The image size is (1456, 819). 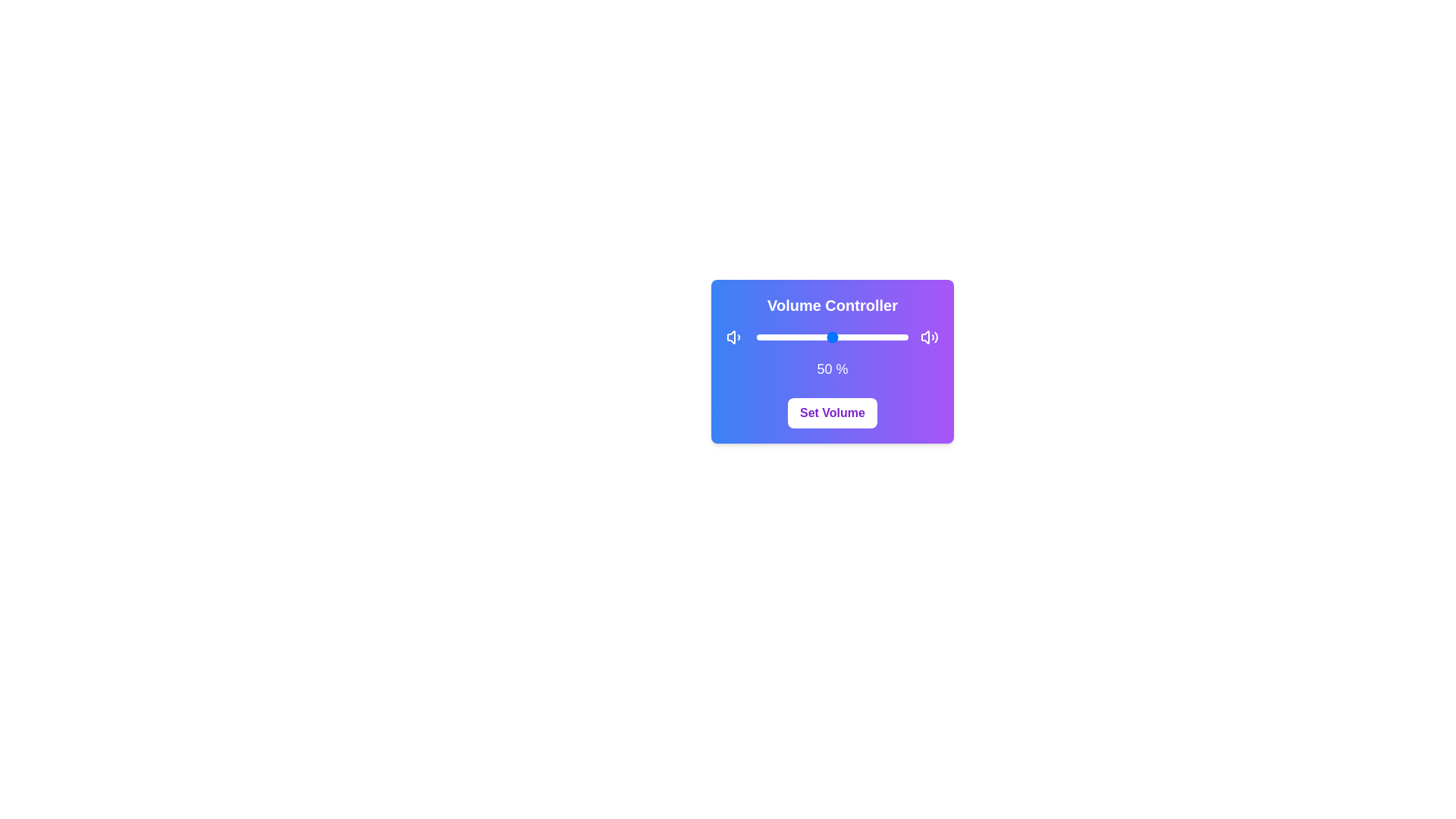 I want to click on the slider to set the volume to 1%, so click(x=758, y=336).